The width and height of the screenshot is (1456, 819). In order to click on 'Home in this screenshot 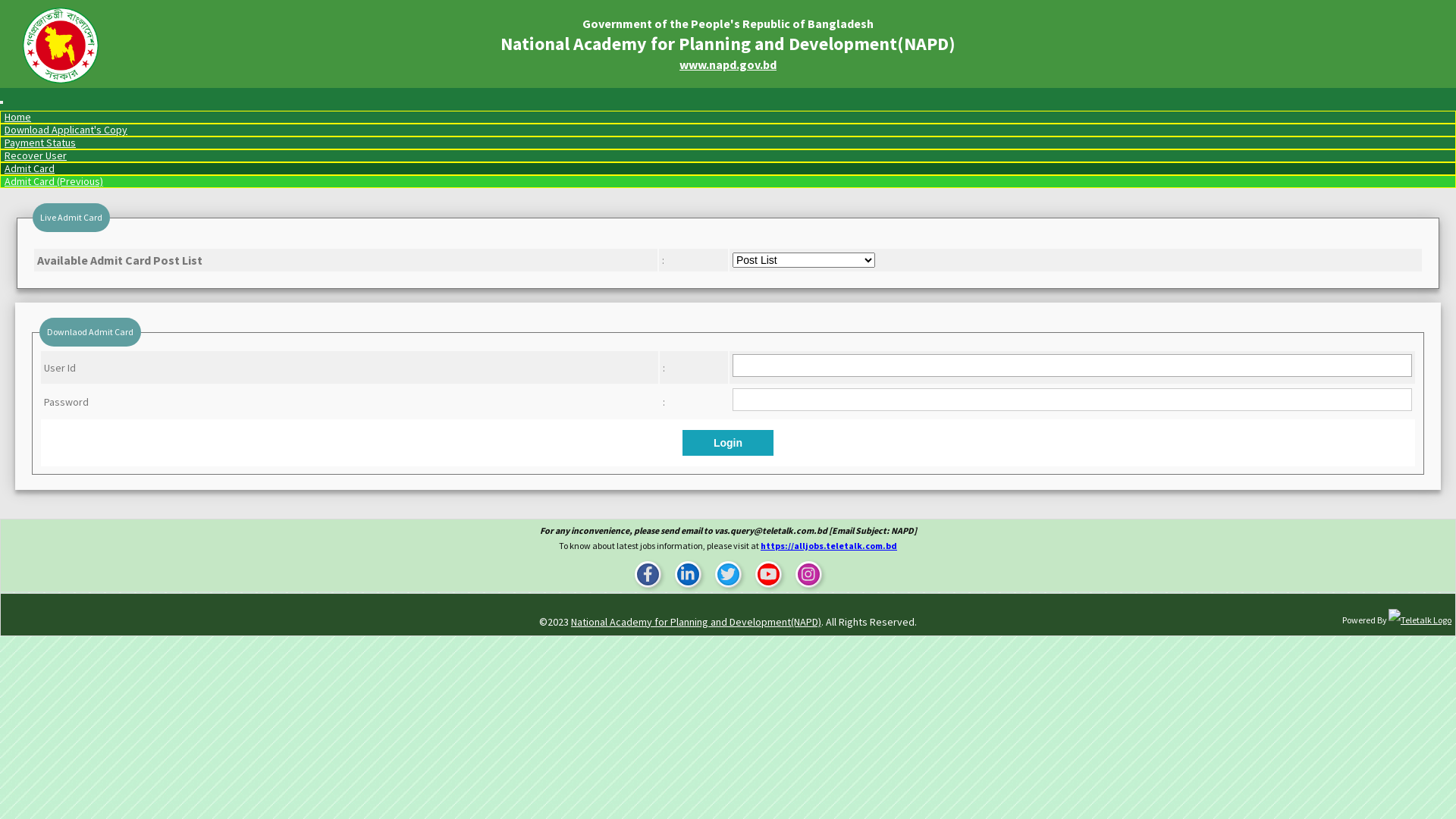, I will do `click(17, 116)`.